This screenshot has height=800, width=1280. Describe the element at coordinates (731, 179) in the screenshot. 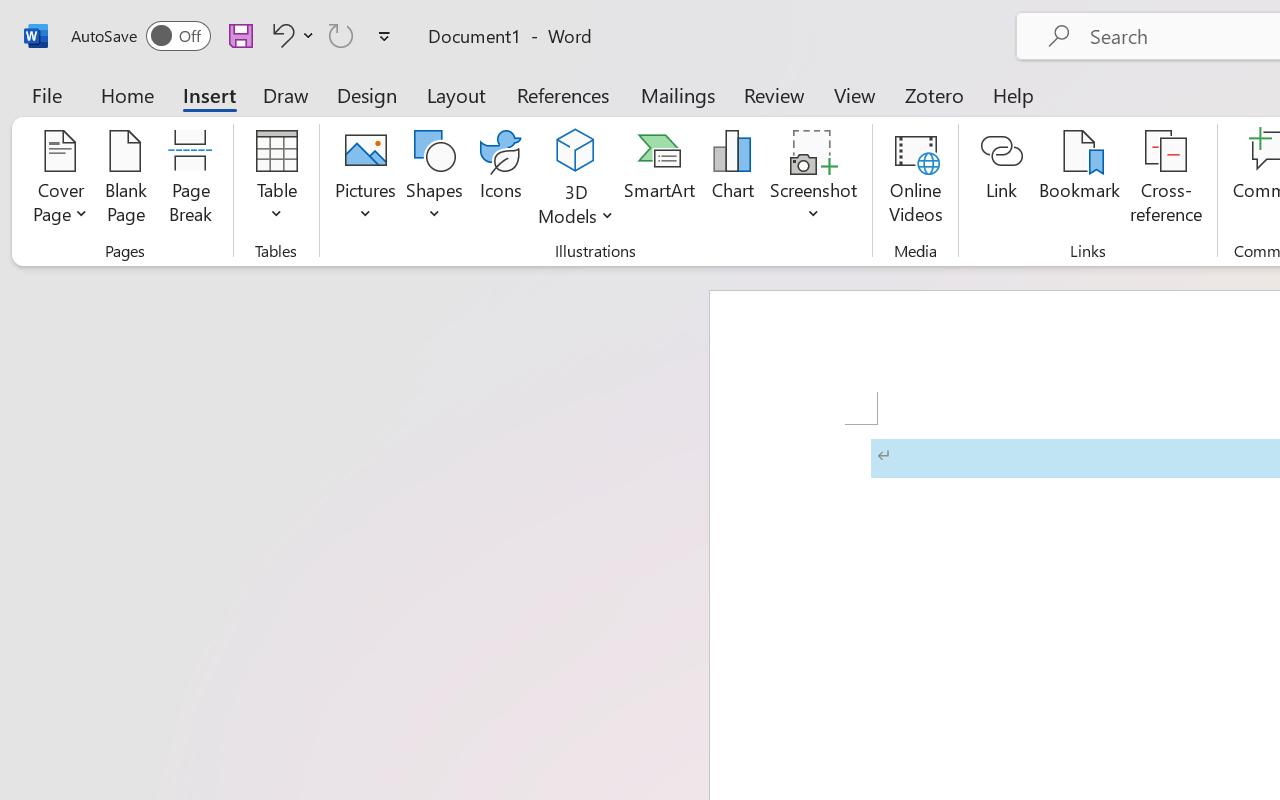

I see `'Chart...'` at that location.